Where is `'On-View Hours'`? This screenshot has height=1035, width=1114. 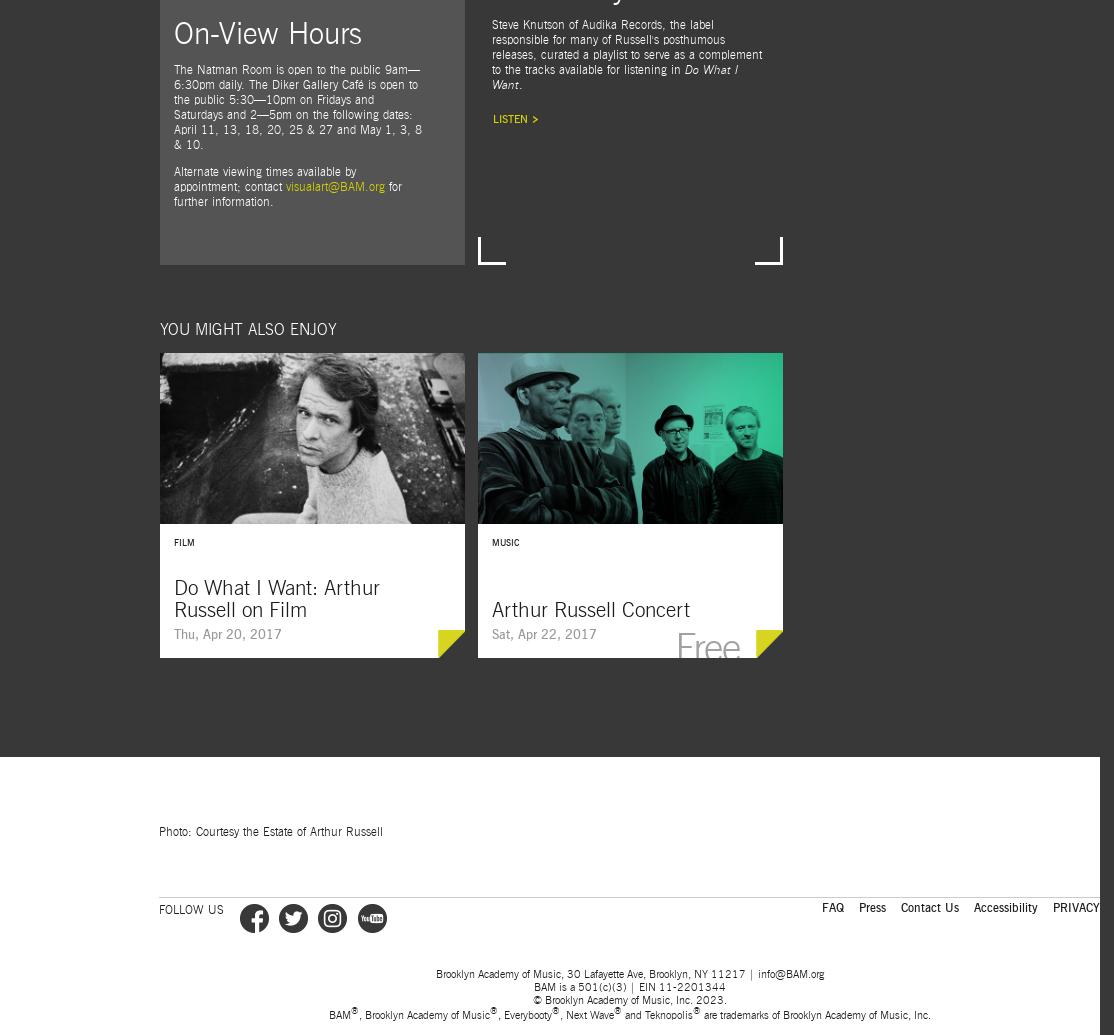 'On-View Hours' is located at coordinates (173, 34).